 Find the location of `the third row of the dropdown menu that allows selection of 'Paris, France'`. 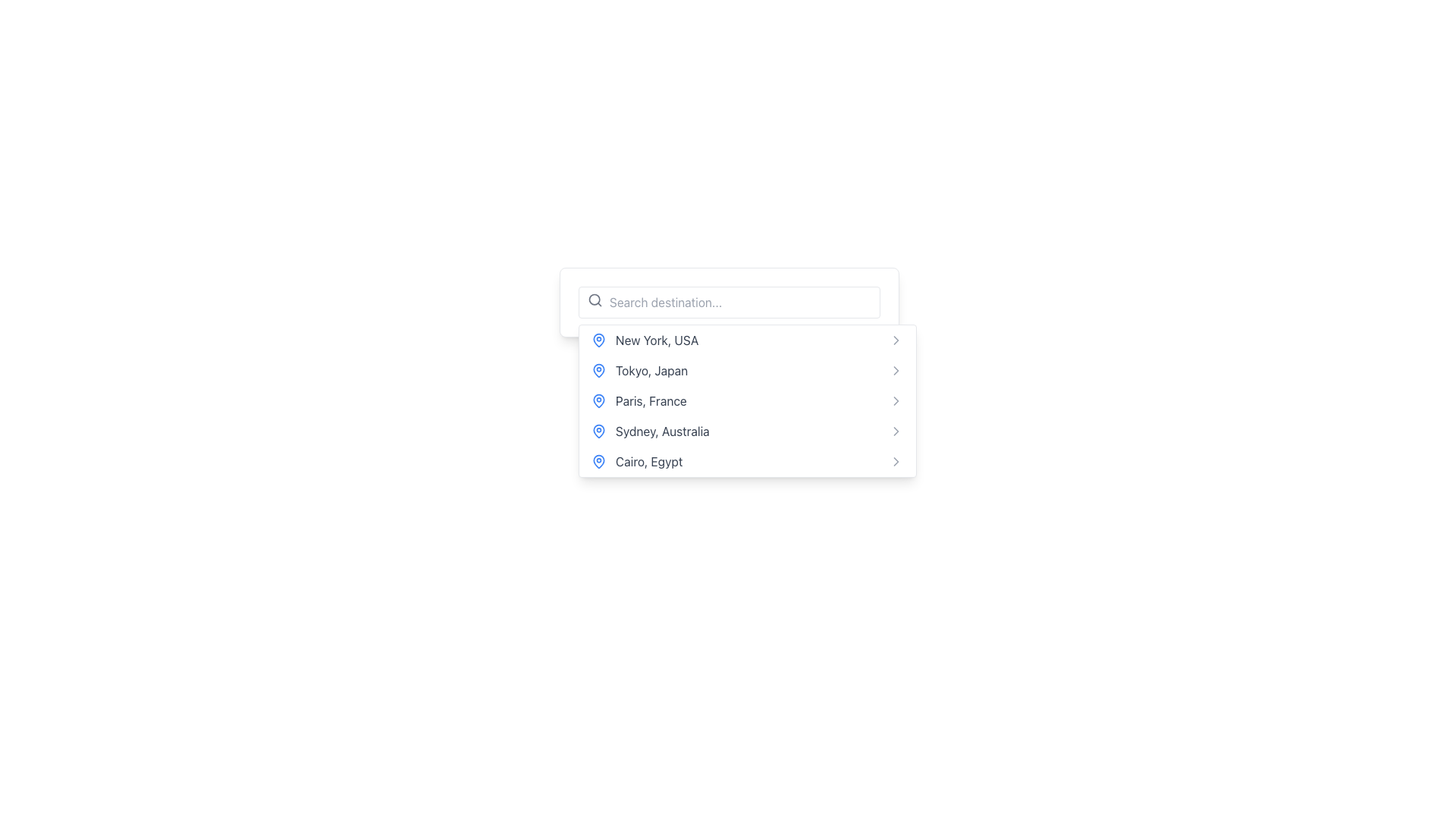

the third row of the dropdown menu that allows selection of 'Paris, France' is located at coordinates (747, 400).